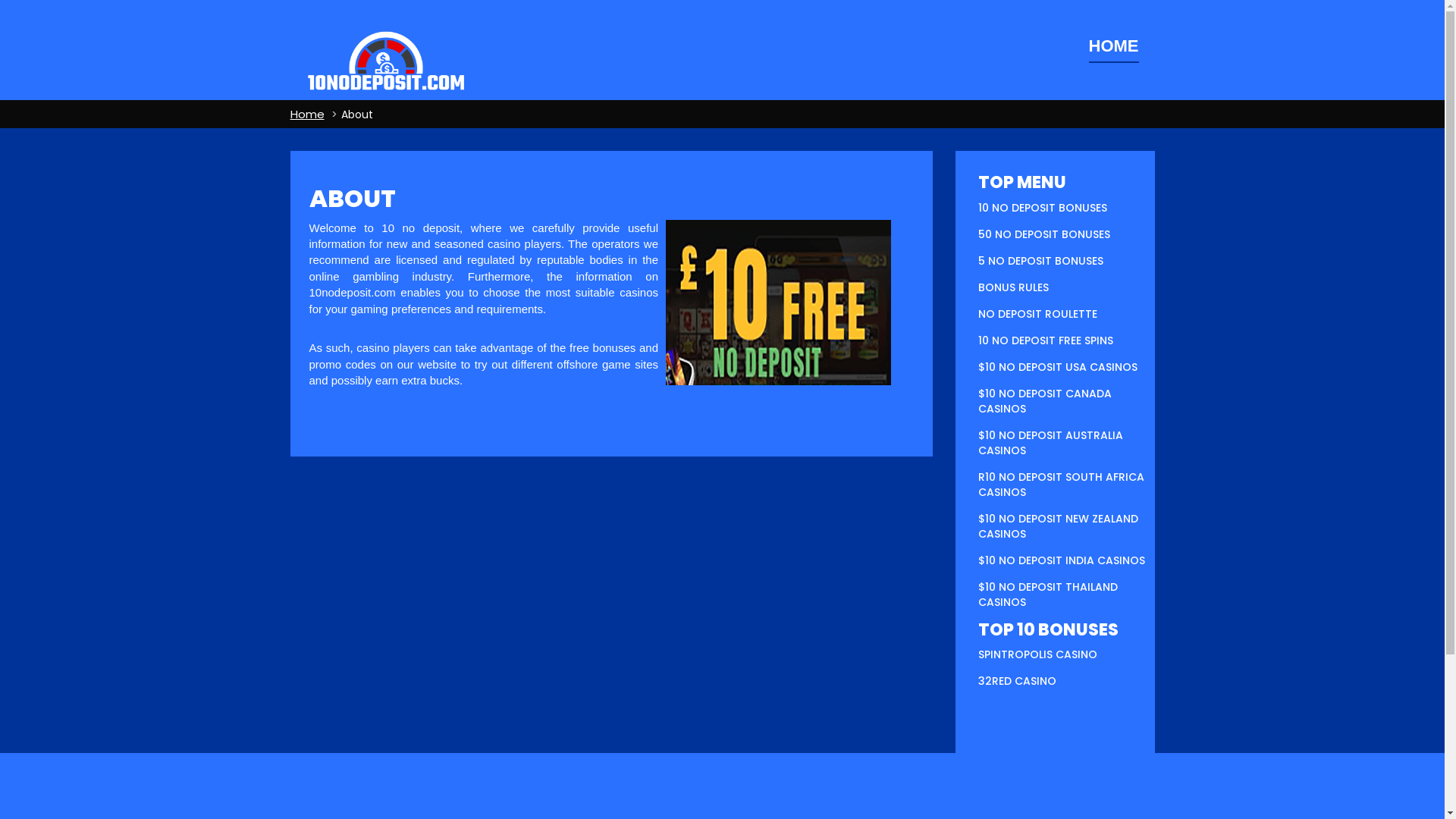  I want to click on '32RED CASINO', so click(1017, 680).